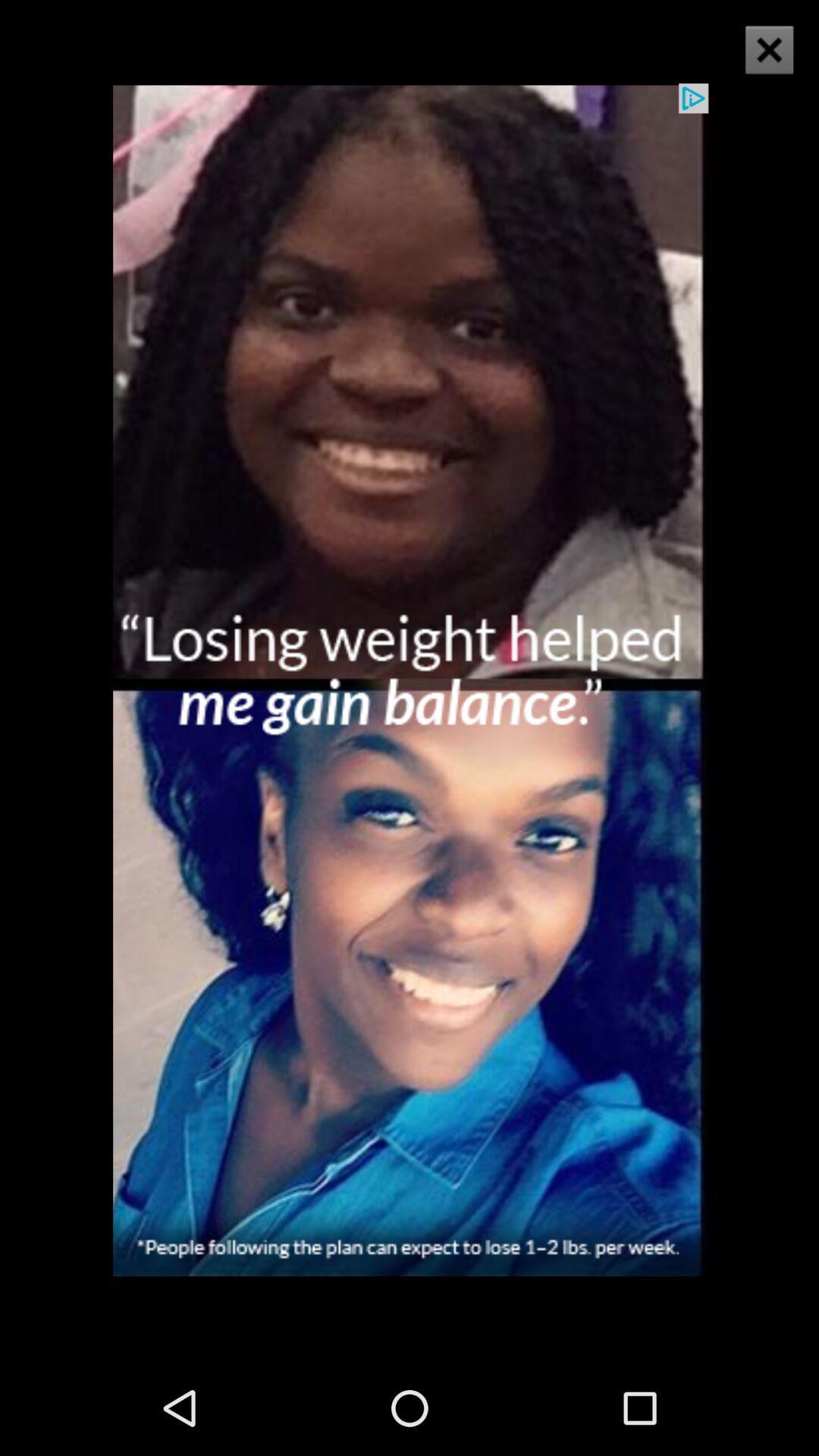  Describe the element at coordinates (769, 53) in the screenshot. I see `the close icon` at that location.